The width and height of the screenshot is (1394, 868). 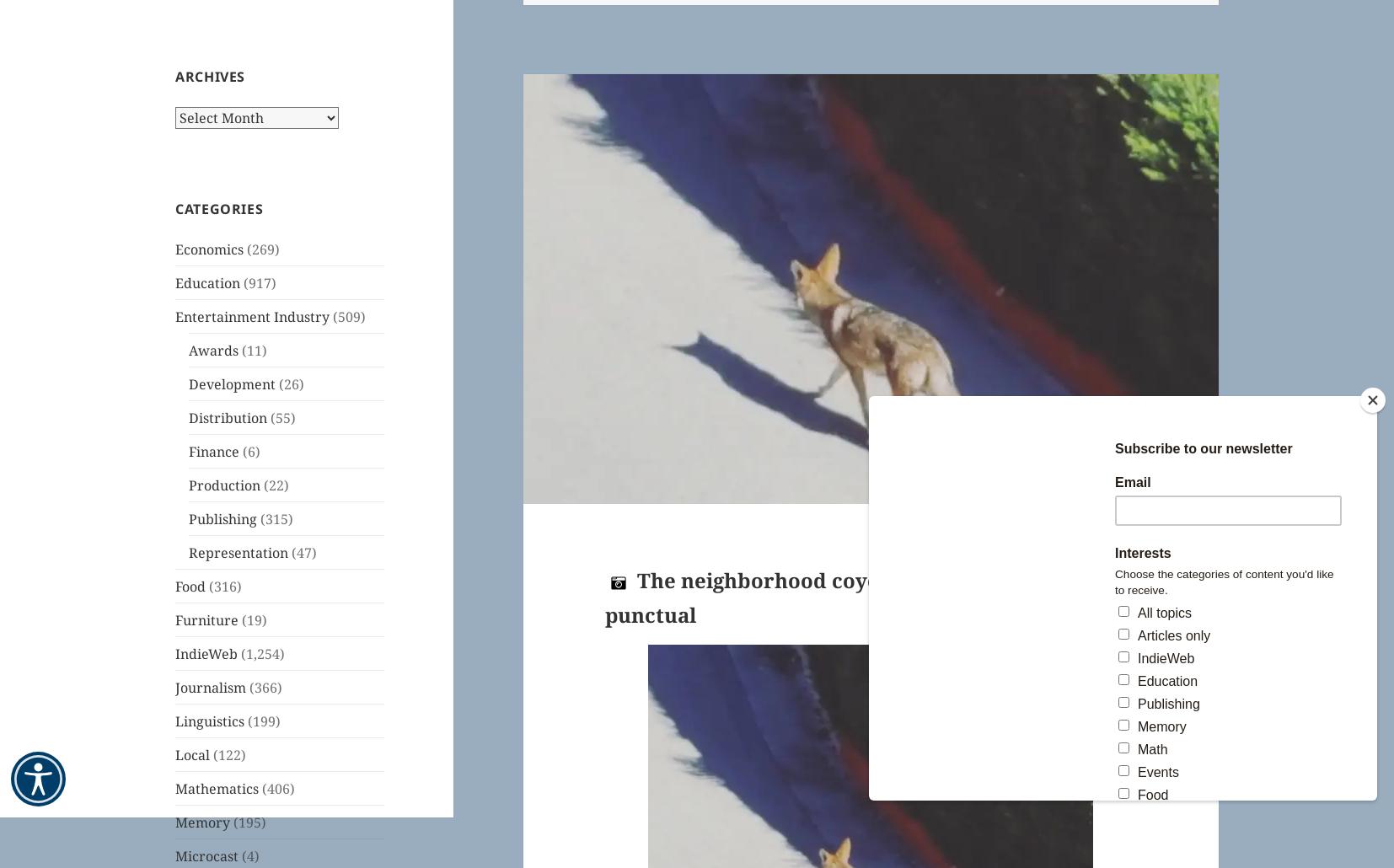 What do you see at coordinates (209, 75) in the screenshot?
I see `'Archives'` at bounding box center [209, 75].